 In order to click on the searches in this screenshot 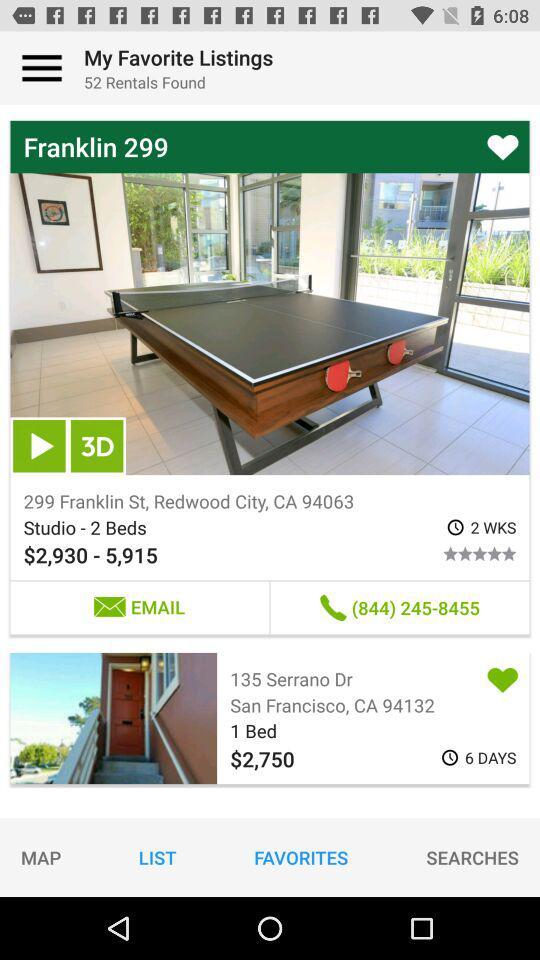, I will do `click(472, 856)`.